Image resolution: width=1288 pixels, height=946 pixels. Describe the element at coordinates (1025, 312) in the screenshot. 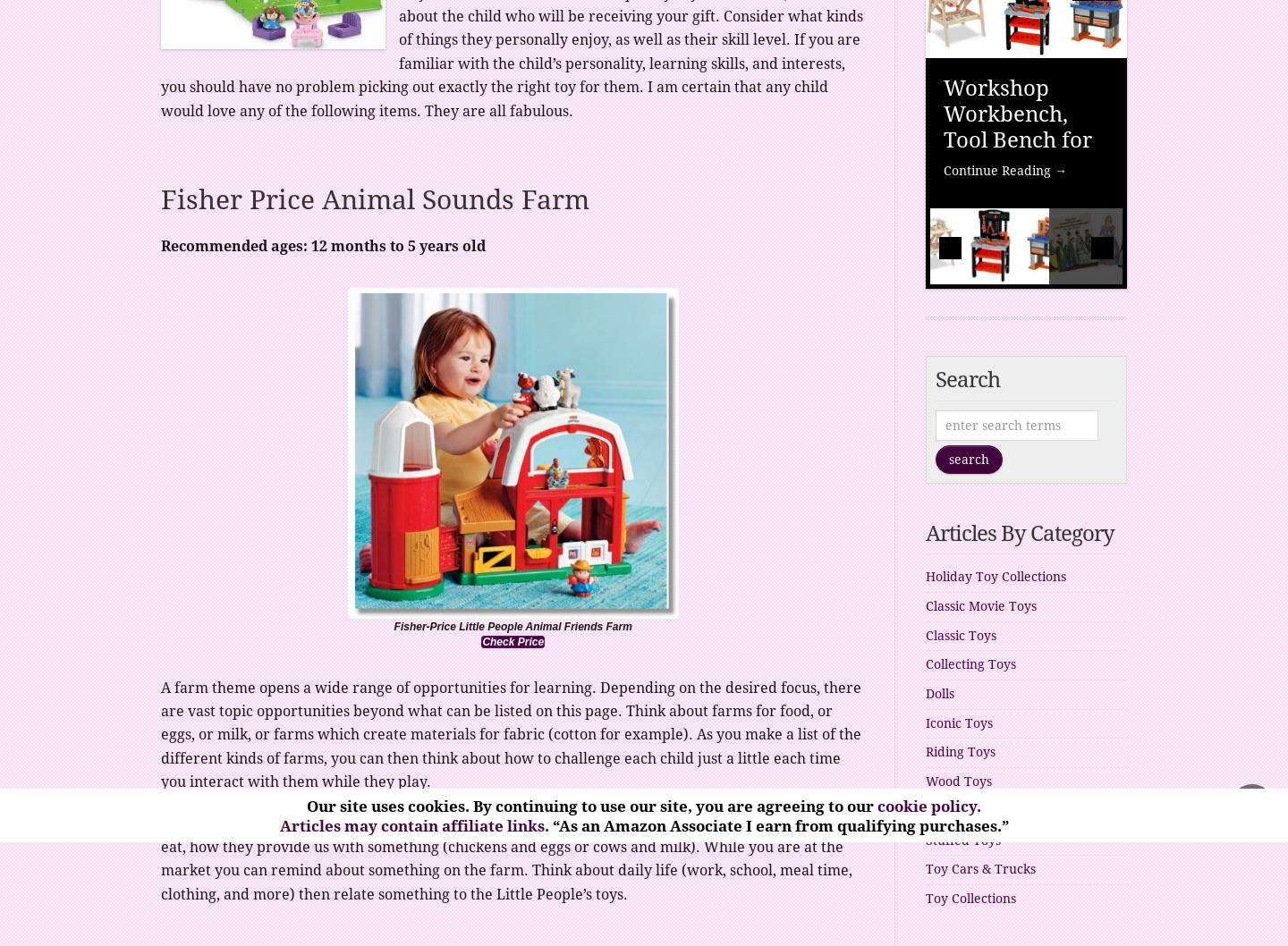

I see `'We all need tools regardless of our age. Lots of men, and several women I know, have workshops or work areas filled with tools. Because children imitate their parents, they love having their own workshop, tools and tool bench. Finding the best tool bench for kids, as well as the neat tool accessories, is easy […]'` at that location.